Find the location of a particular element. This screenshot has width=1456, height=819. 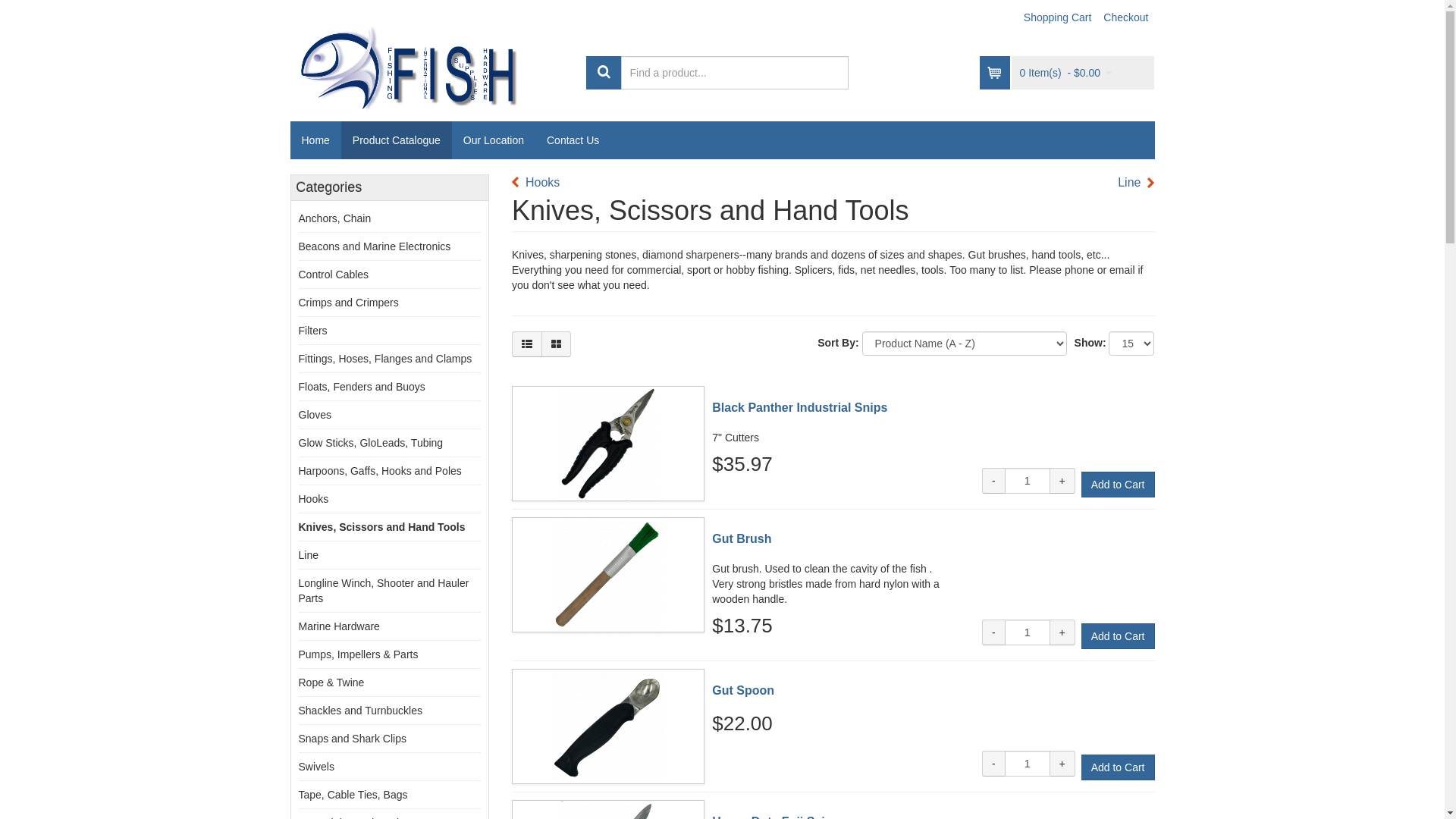

'Pumps, Impellers & Parts' is located at coordinates (358, 654).